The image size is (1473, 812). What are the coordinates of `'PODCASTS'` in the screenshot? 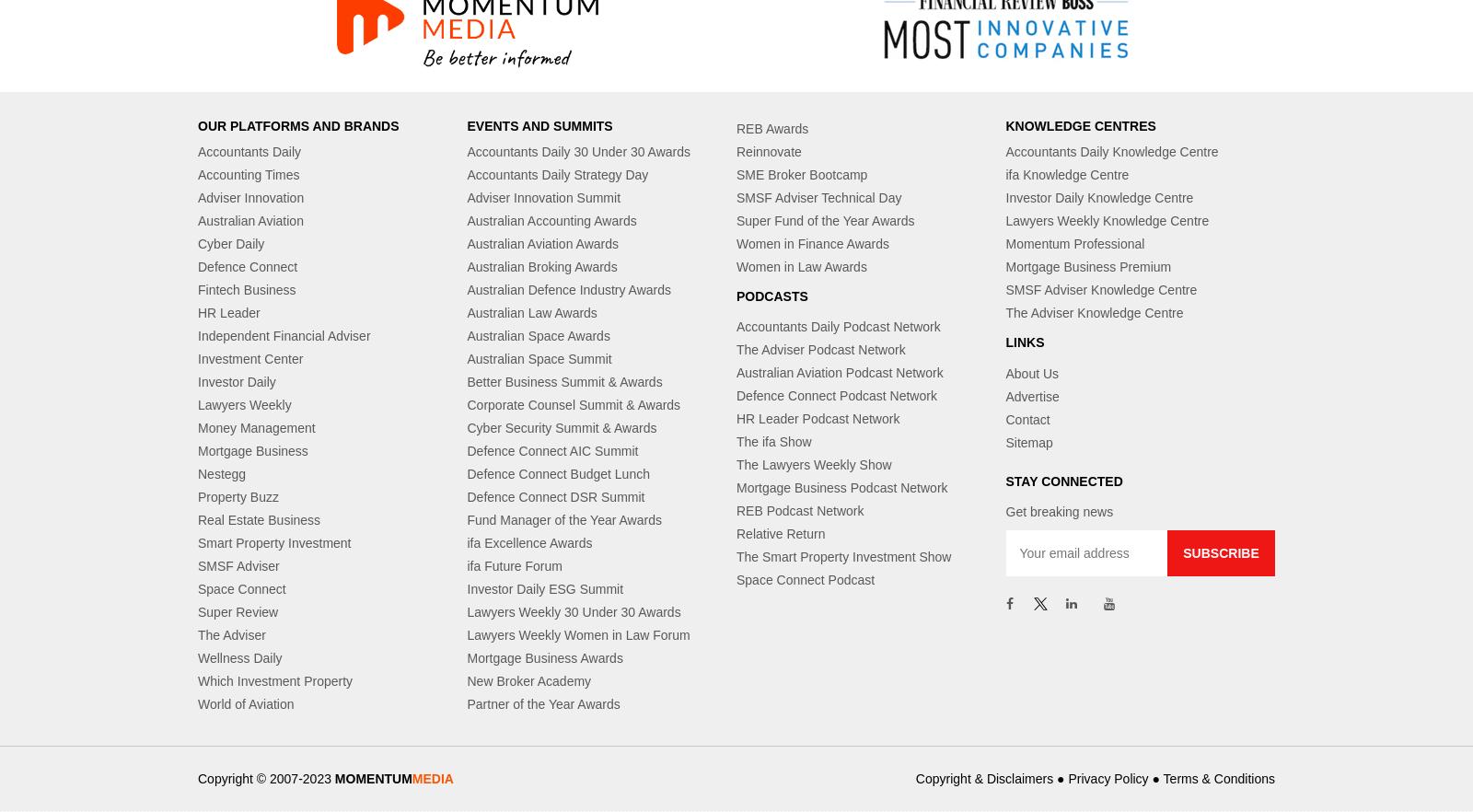 It's located at (771, 295).